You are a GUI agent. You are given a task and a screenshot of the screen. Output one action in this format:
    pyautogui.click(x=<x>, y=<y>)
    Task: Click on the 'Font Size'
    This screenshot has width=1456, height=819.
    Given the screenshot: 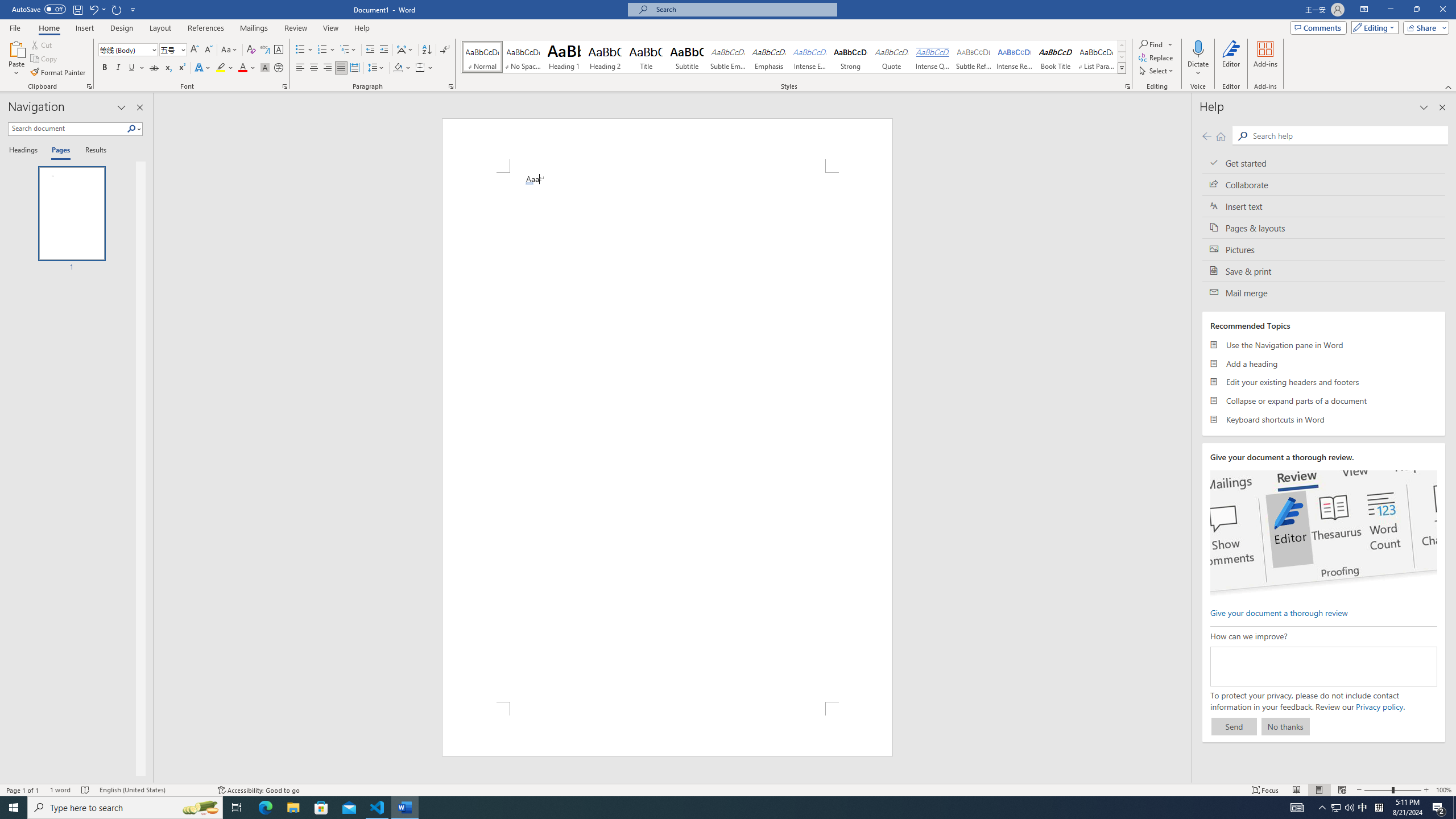 What is the action you would take?
    pyautogui.click(x=169, y=49)
    